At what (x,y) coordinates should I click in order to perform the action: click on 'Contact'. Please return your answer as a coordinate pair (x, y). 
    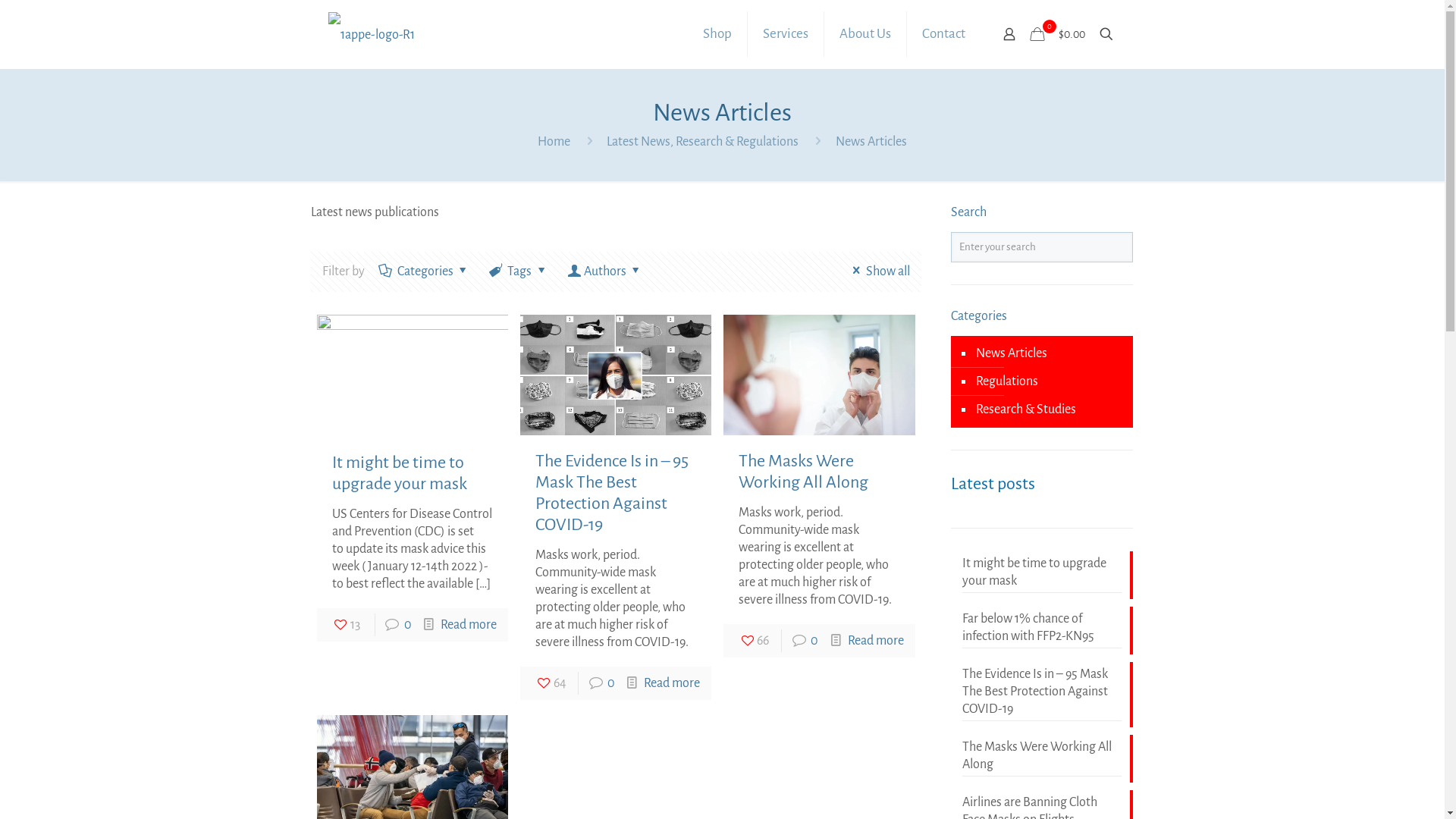
    Looking at the image, I should click on (943, 34).